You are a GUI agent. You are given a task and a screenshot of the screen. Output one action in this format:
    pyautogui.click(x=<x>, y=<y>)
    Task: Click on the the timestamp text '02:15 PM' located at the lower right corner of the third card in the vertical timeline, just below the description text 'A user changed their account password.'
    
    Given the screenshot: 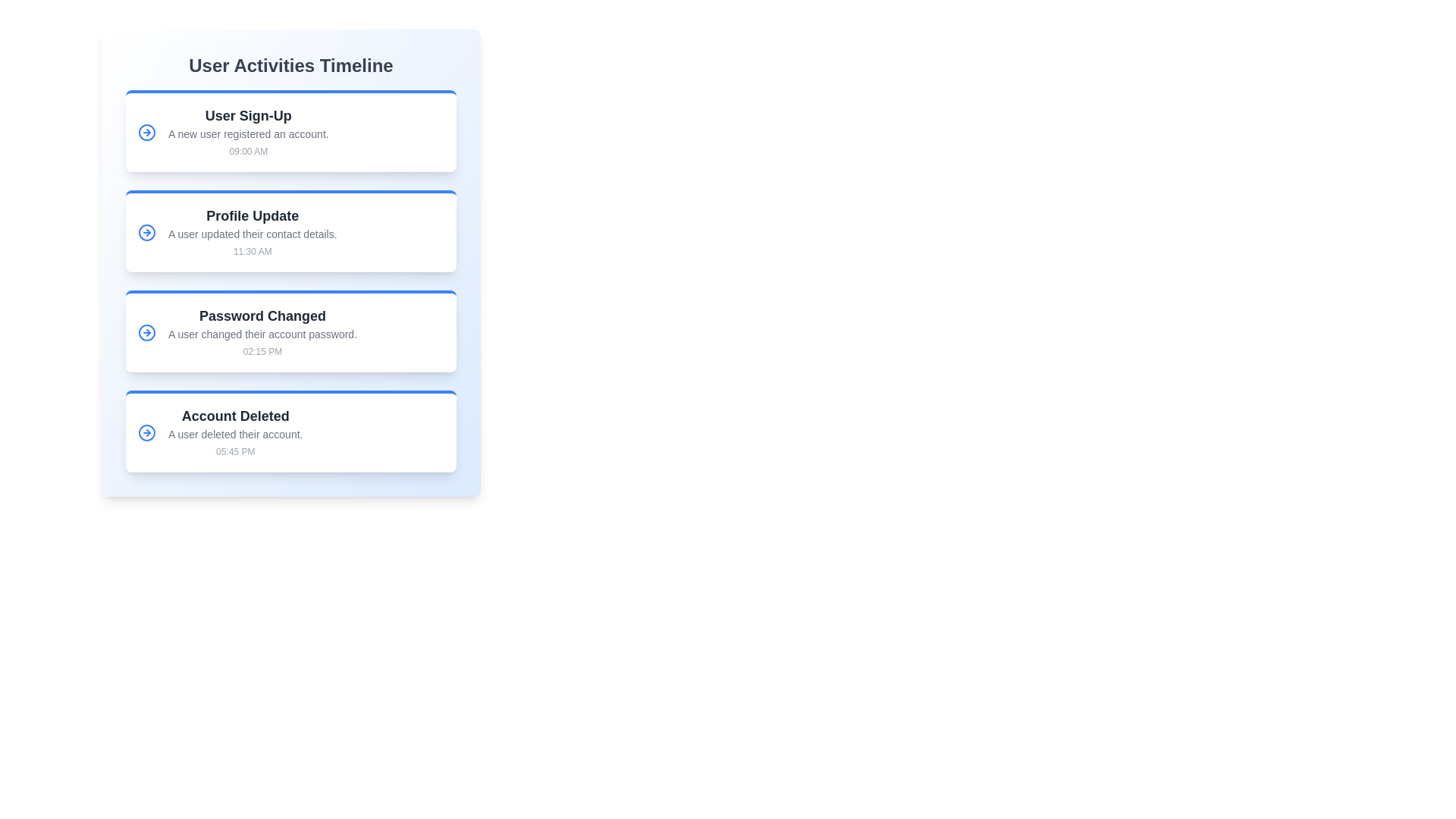 What is the action you would take?
    pyautogui.click(x=262, y=351)
    